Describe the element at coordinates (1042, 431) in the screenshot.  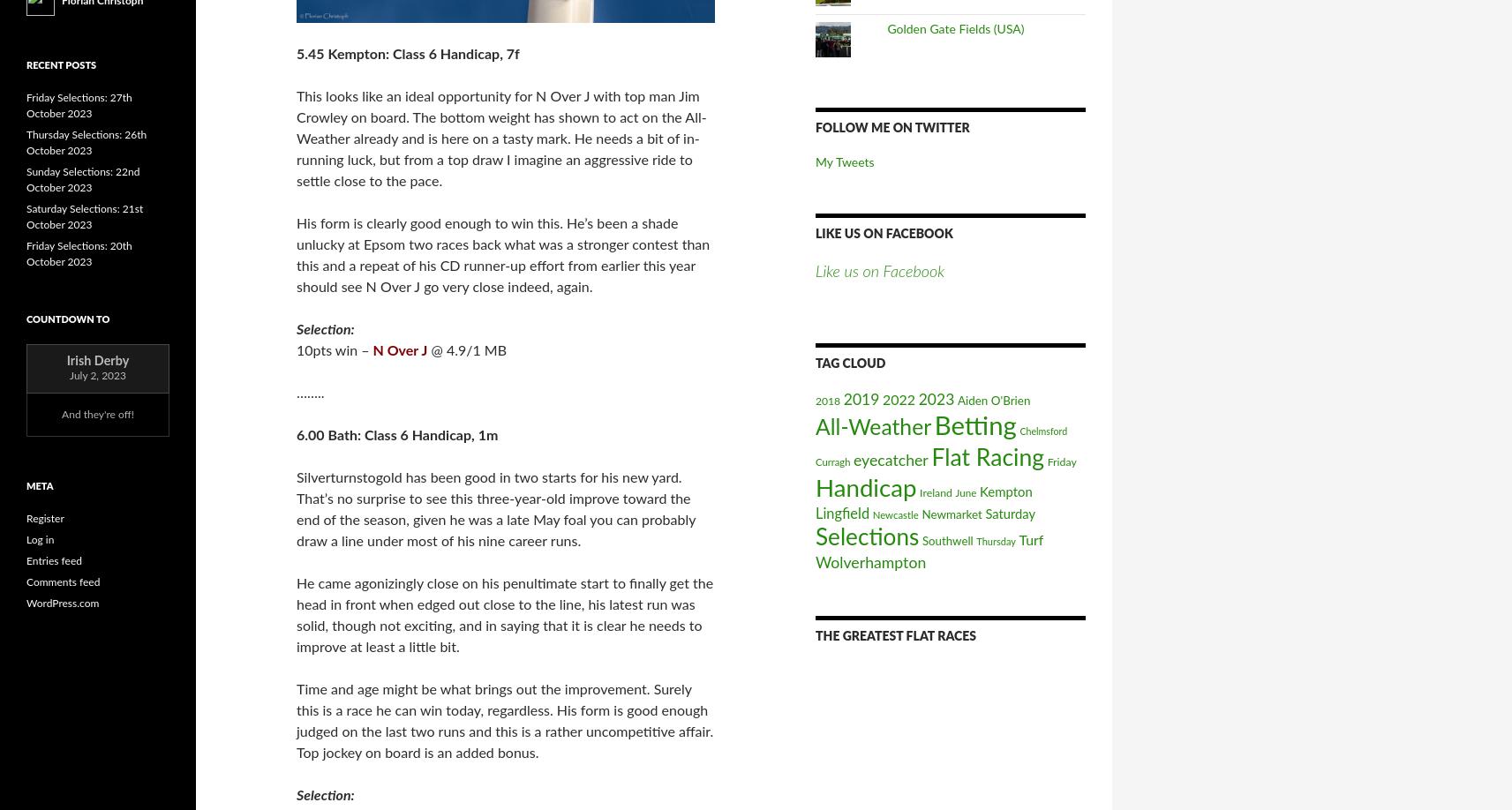
I see `'Chelmsford'` at that location.